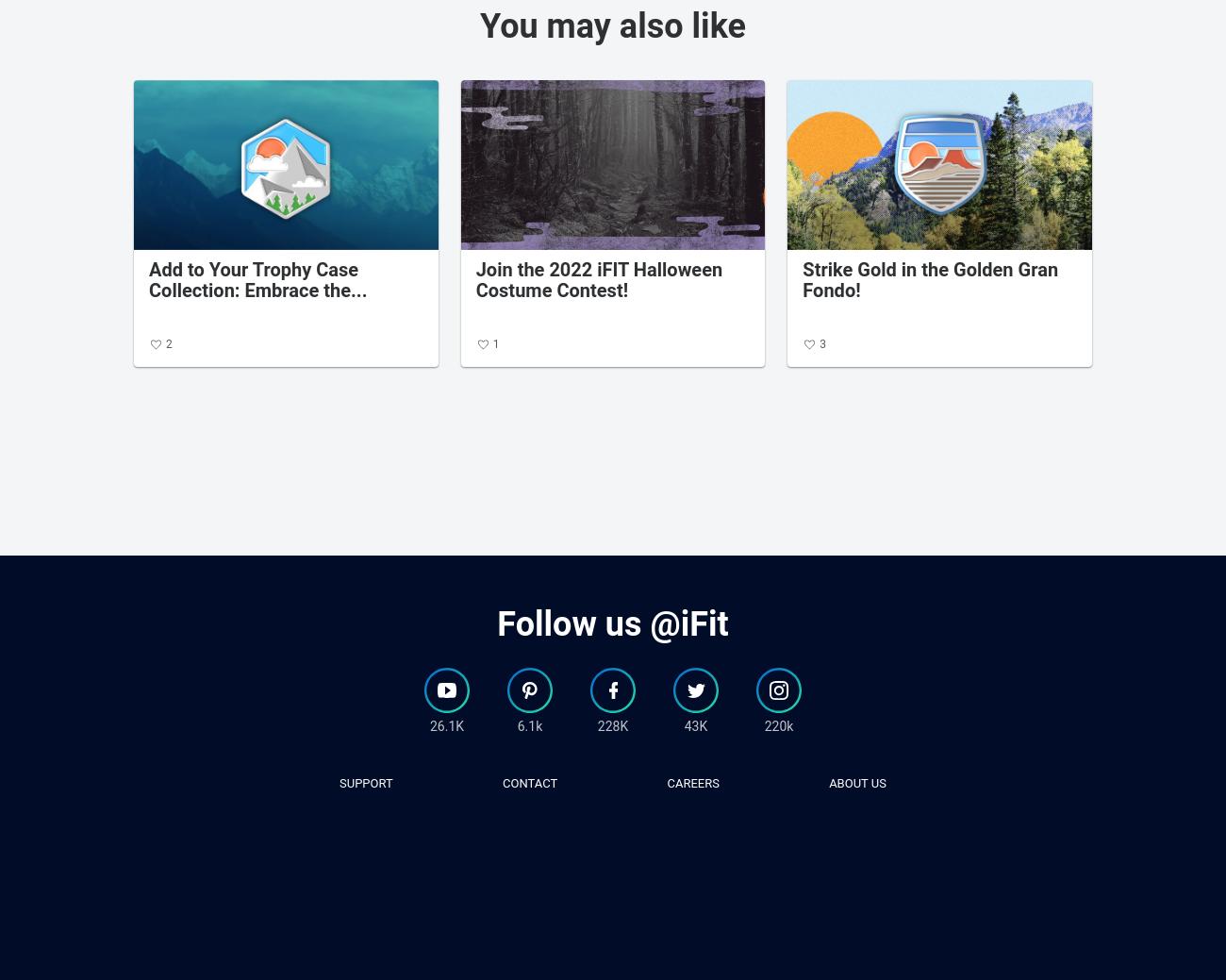 The image size is (1226, 980). What do you see at coordinates (612, 723) in the screenshot?
I see `'228K'` at bounding box center [612, 723].